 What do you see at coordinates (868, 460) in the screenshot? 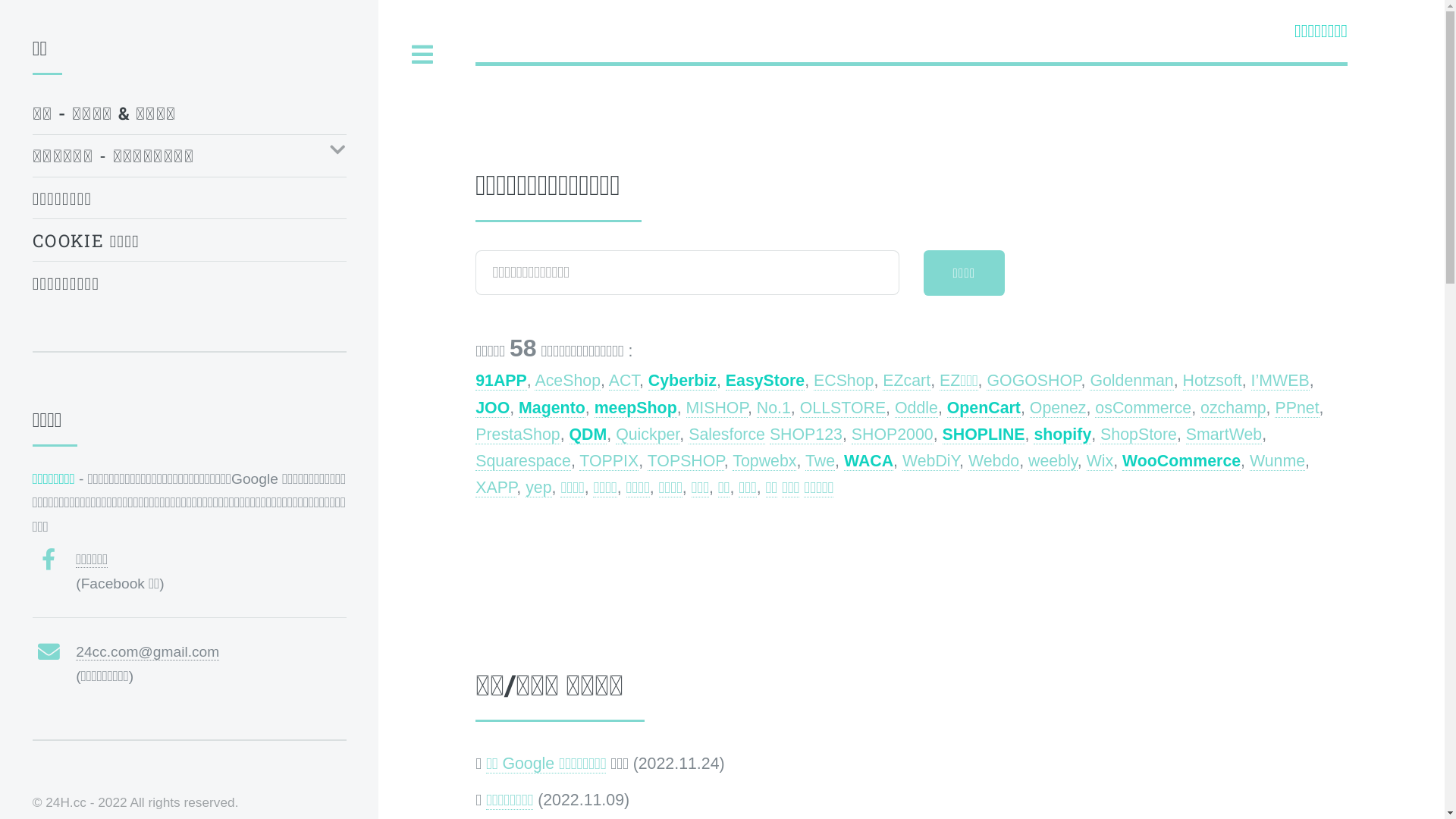
I see `'WACA'` at bounding box center [868, 460].